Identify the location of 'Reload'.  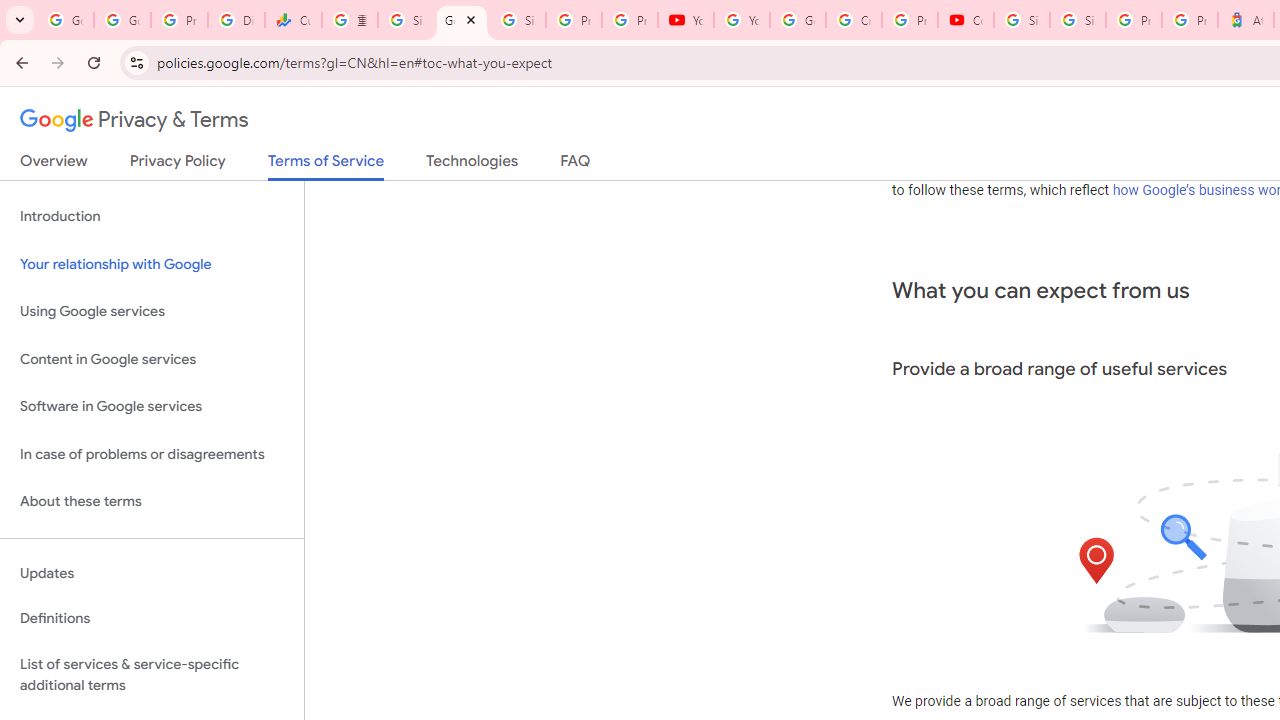
(93, 61).